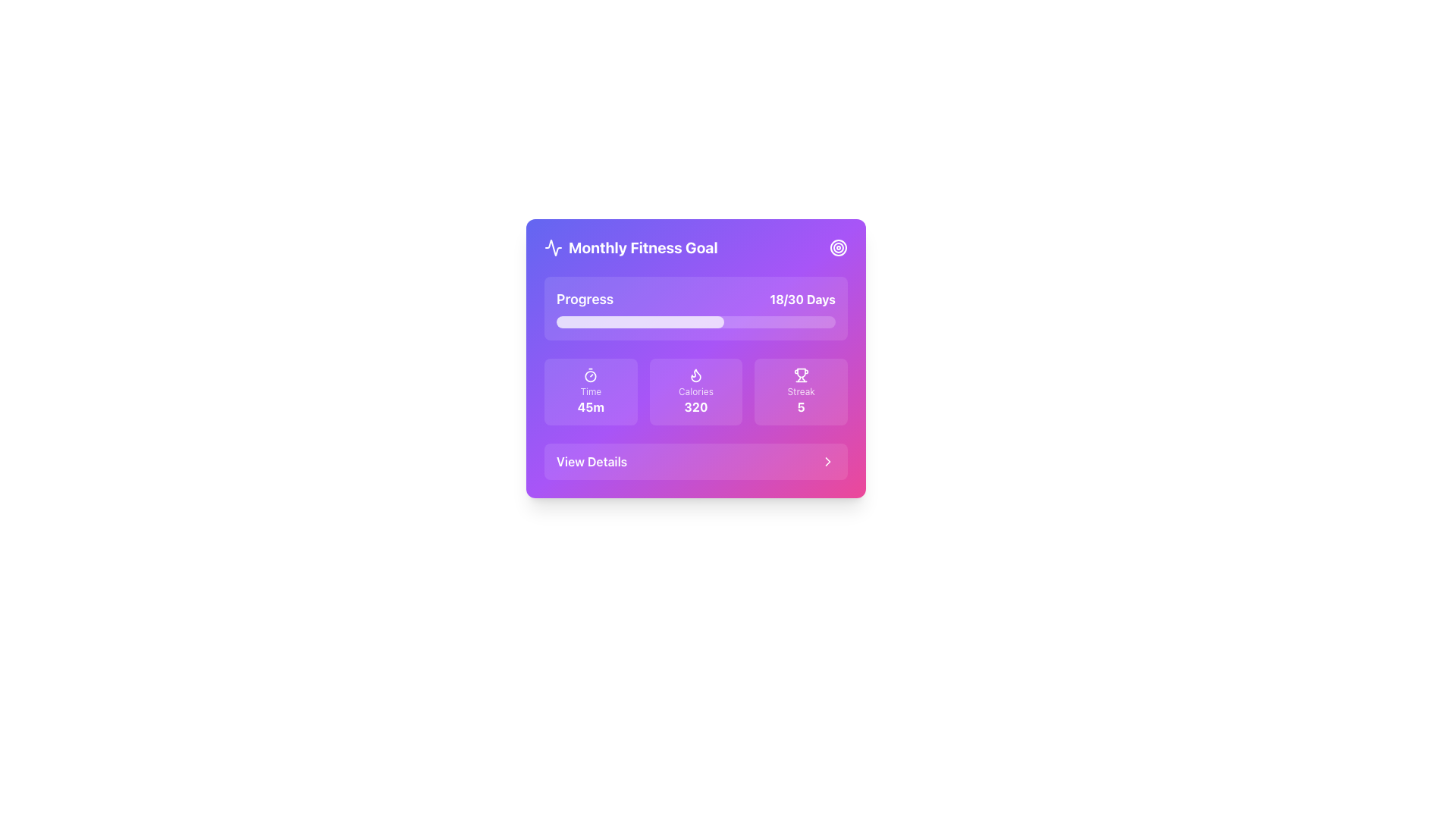  Describe the element at coordinates (695, 461) in the screenshot. I see `the 'View Details' button with a gradient background located at the bottom of the 'Monthly Fitness Goal' card` at that location.